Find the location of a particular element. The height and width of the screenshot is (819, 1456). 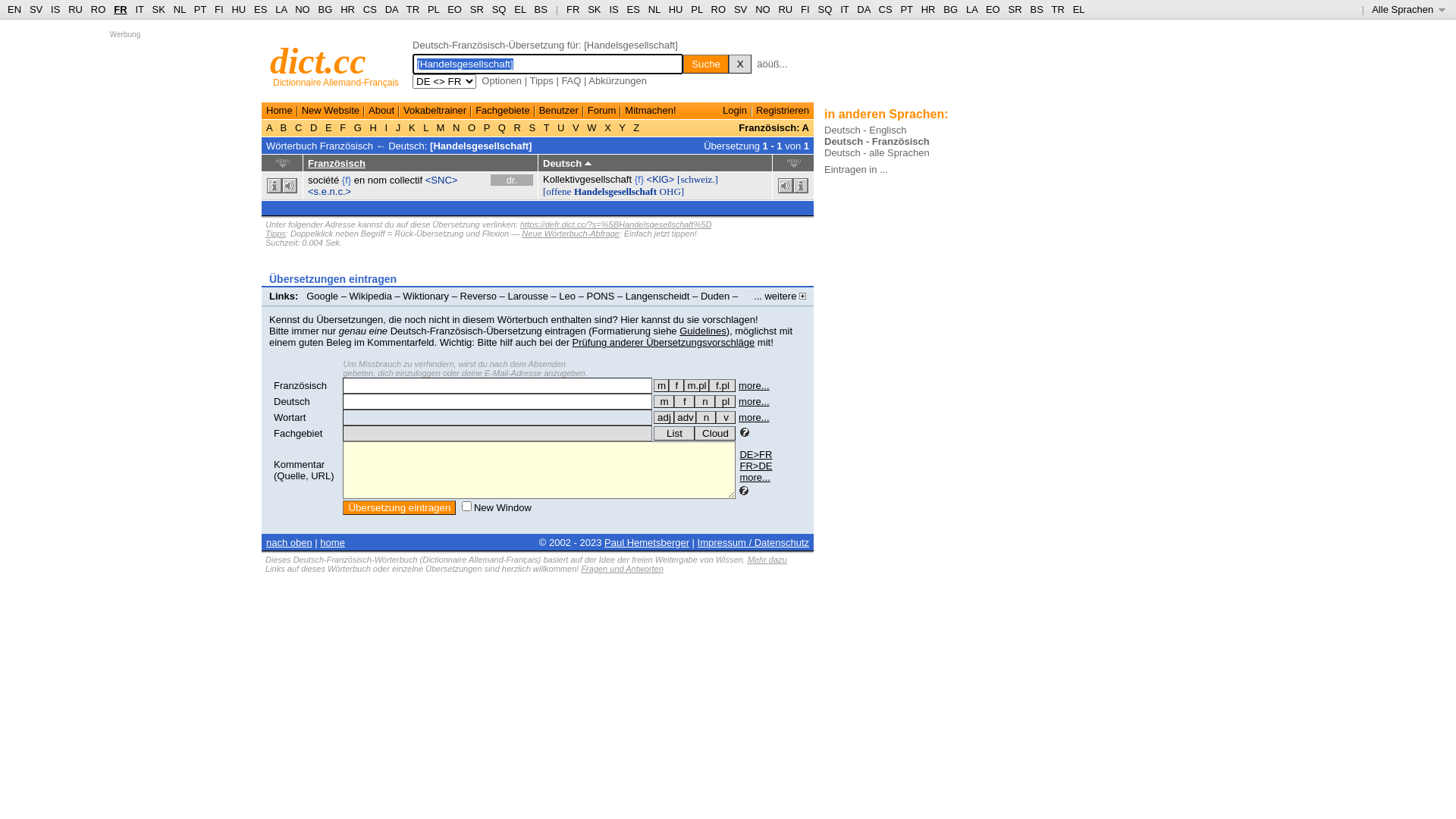

'D' is located at coordinates (312, 127).